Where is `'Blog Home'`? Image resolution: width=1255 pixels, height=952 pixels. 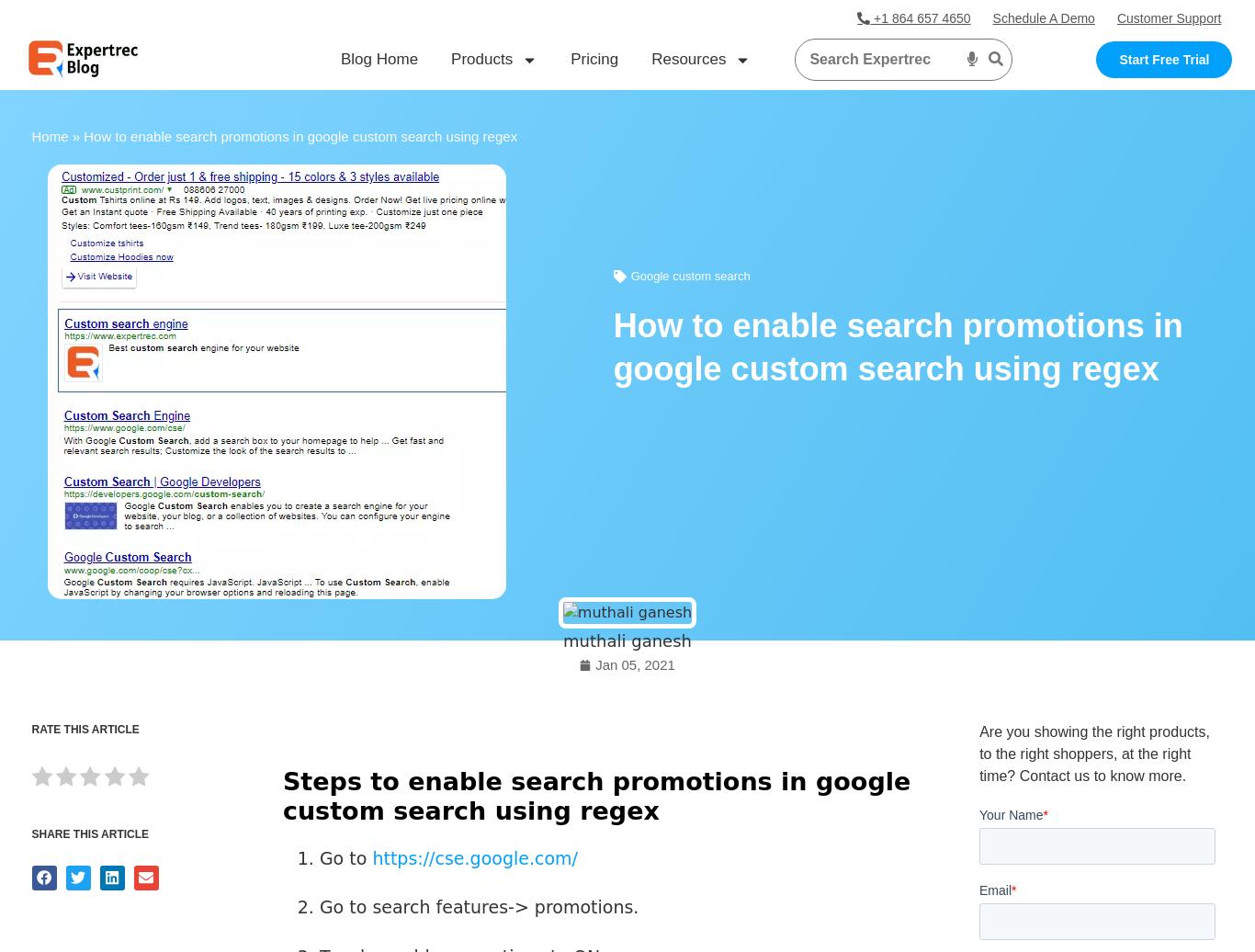 'Blog Home' is located at coordinates (378, 59).